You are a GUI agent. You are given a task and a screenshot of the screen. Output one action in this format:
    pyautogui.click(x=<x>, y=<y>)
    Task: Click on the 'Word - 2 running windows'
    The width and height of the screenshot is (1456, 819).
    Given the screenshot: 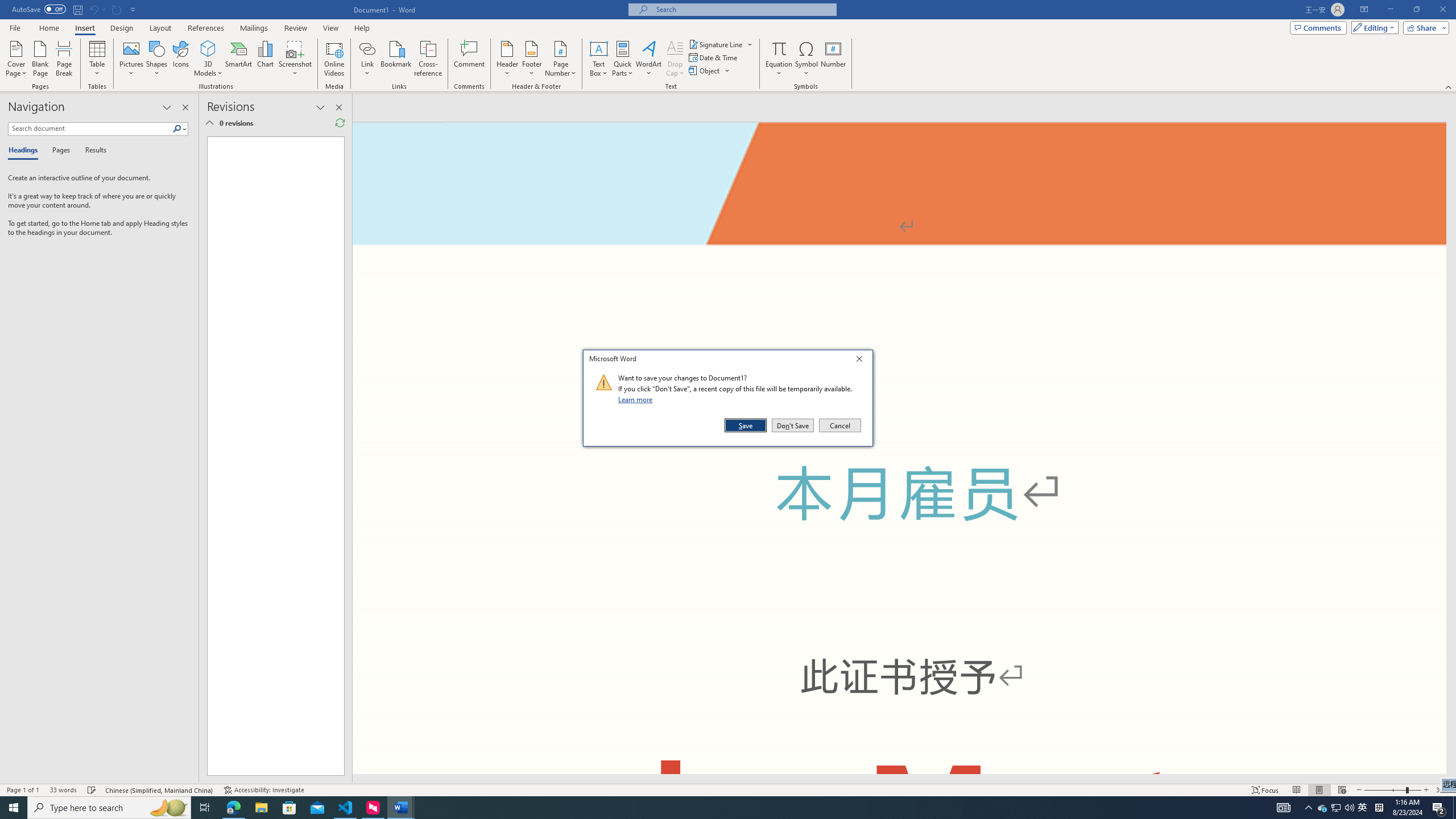 What is the action you would take?
    pyautogui.click(x=401, y=806)
    